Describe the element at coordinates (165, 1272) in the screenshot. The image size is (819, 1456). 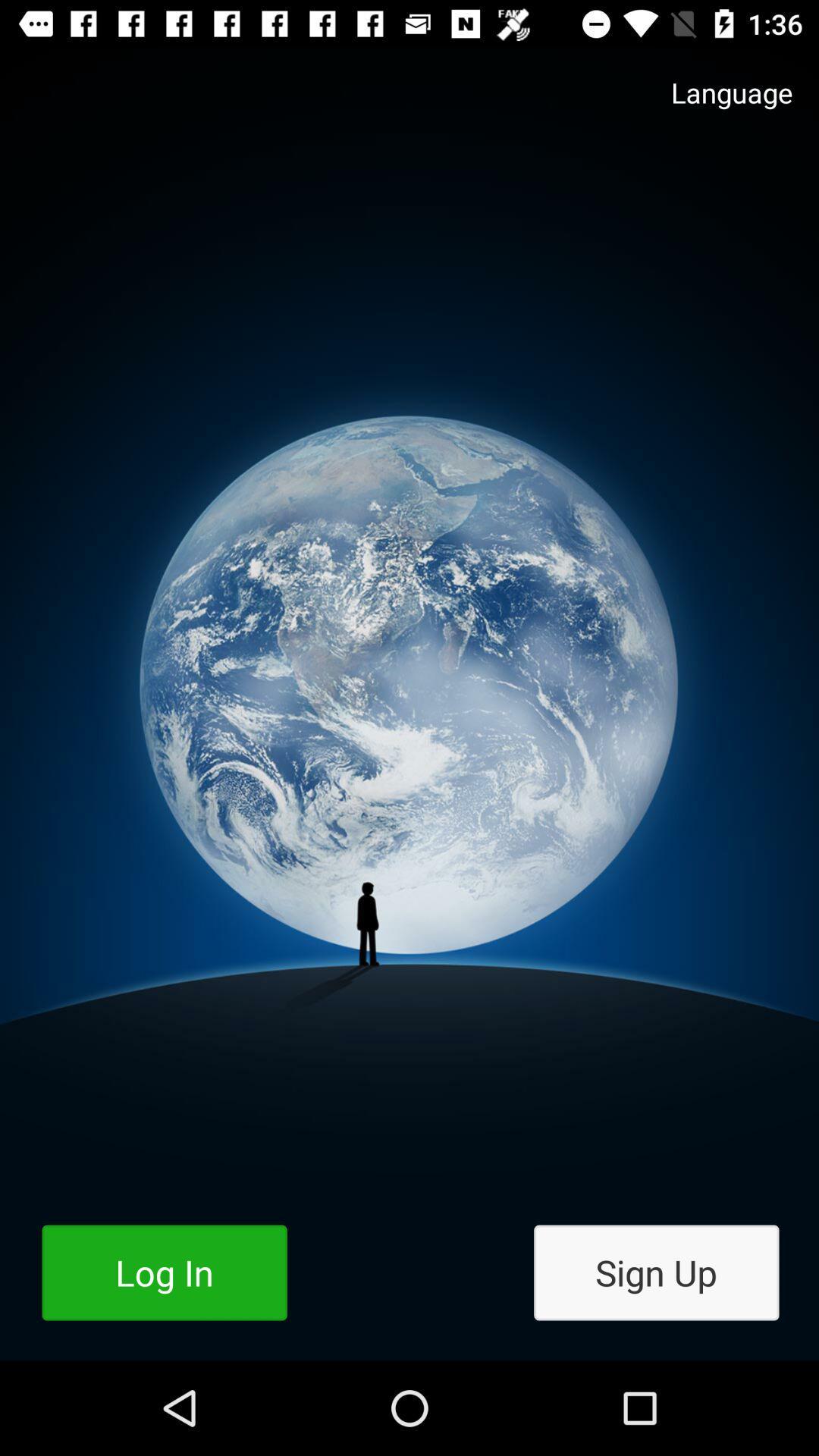
I see `log in button` at that location.